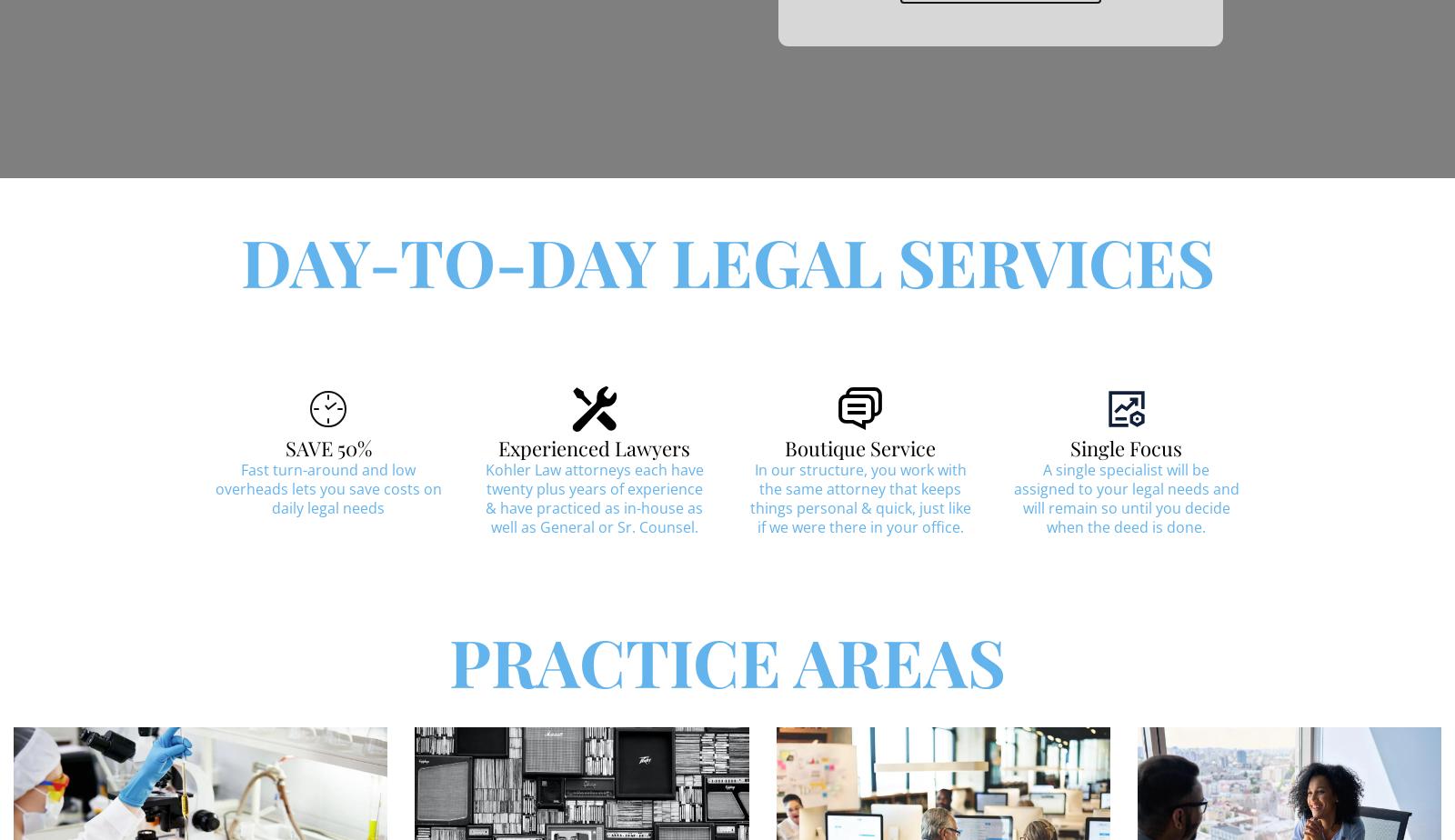 Image resolution: width=1455 pixels, height=840 pixels. Describe the element at coordinates (594, 446) in the screenshot. I see `'Experienced Lawyers'` at that location.